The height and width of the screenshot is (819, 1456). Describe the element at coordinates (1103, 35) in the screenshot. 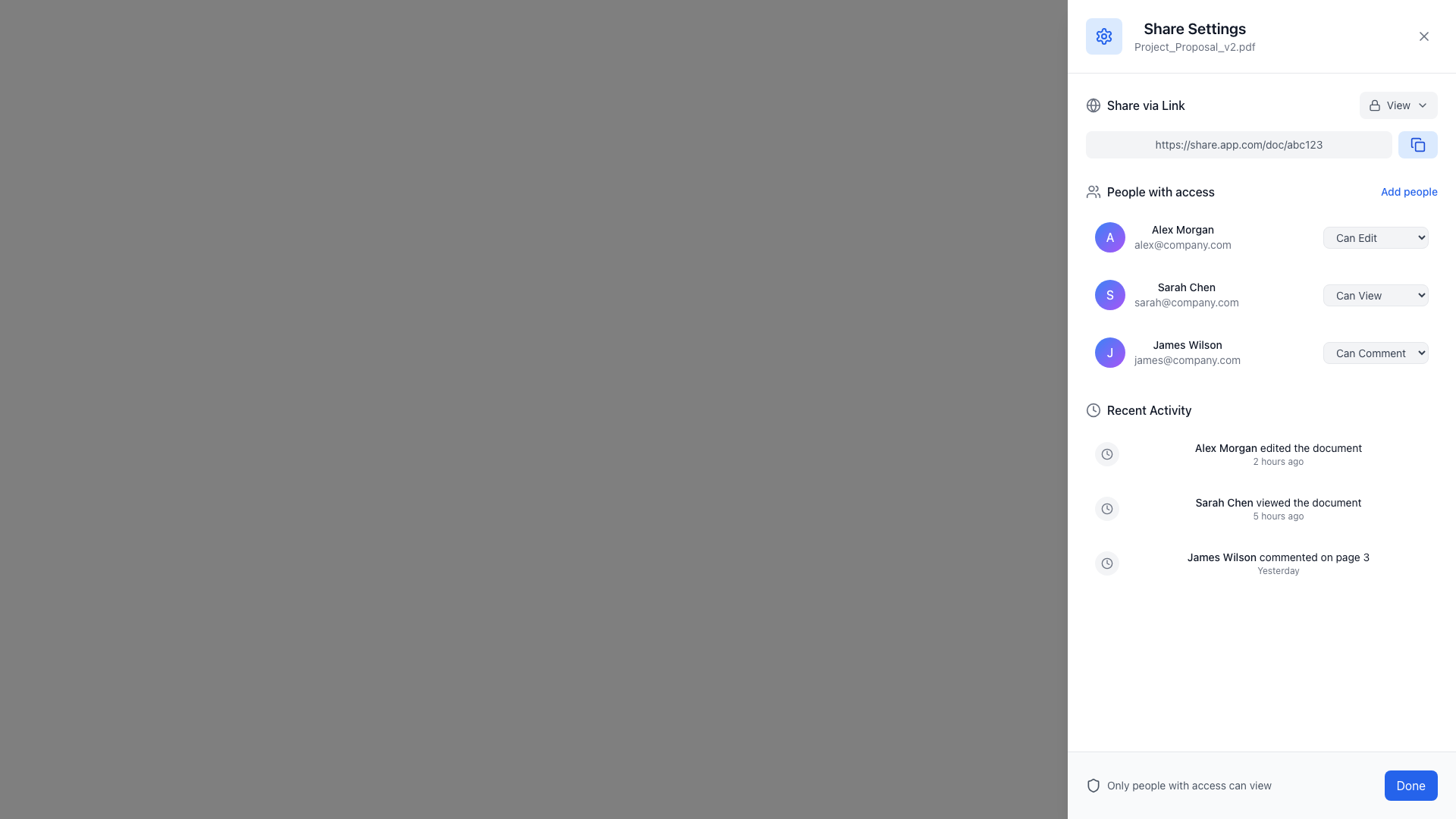

I see `the settings cog icon with a blue tint located at the top right corner of the panel in the SVG graphic` at that location.